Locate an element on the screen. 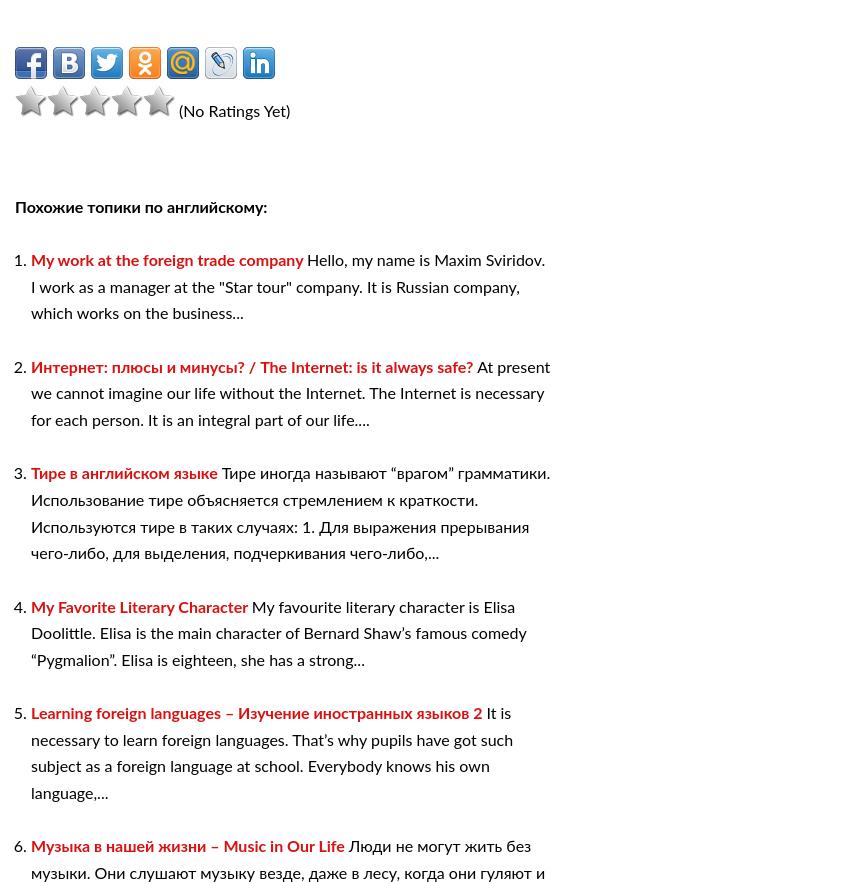 The height and width of the screenshot is (882, 850). 'At present we cannot imagine our life without the Internet. The Internet is necessary for each person. It is an integral part of our life....' is located at coordinates (30, 393).